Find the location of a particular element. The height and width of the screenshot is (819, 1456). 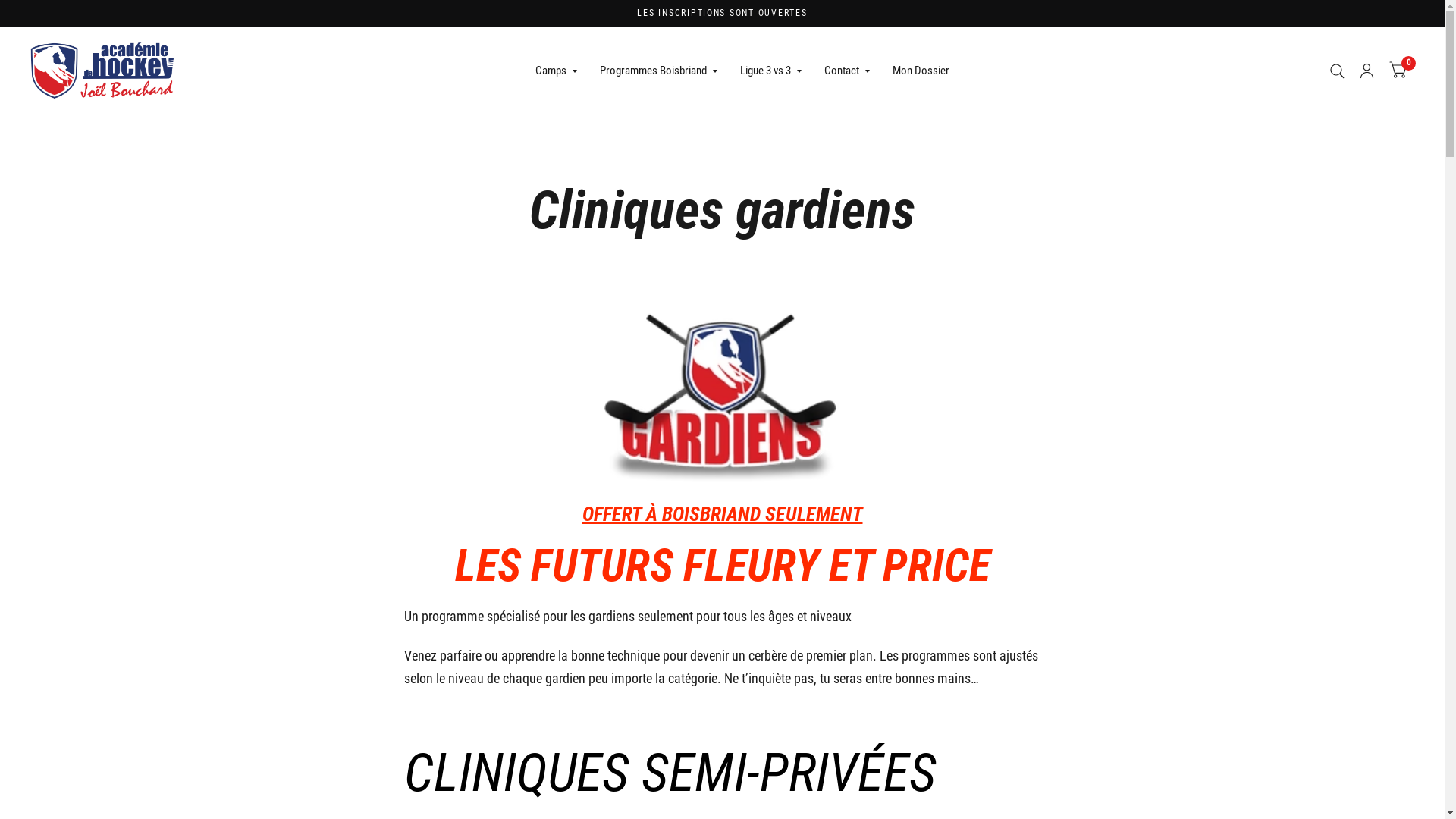

'Programmes Boisbriand' is located at coordinates (658, 71).